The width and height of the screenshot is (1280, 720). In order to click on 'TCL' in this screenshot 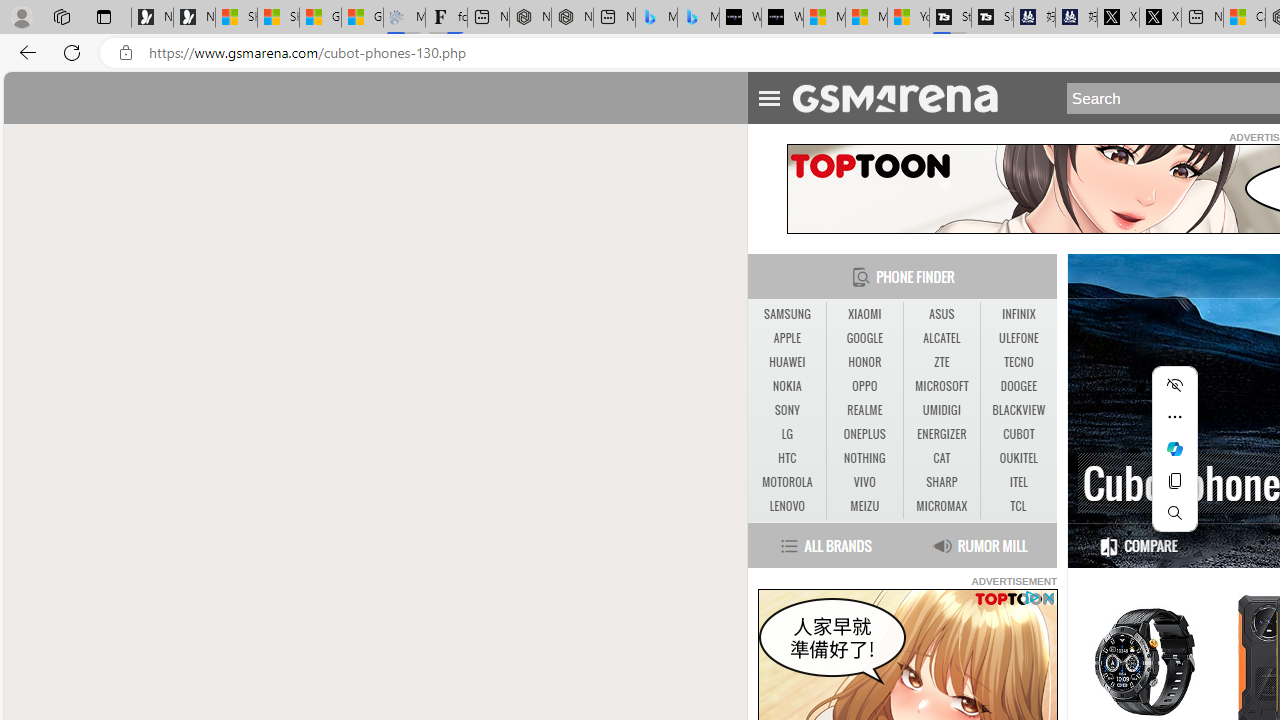, I will do `click(1018, 505)`.